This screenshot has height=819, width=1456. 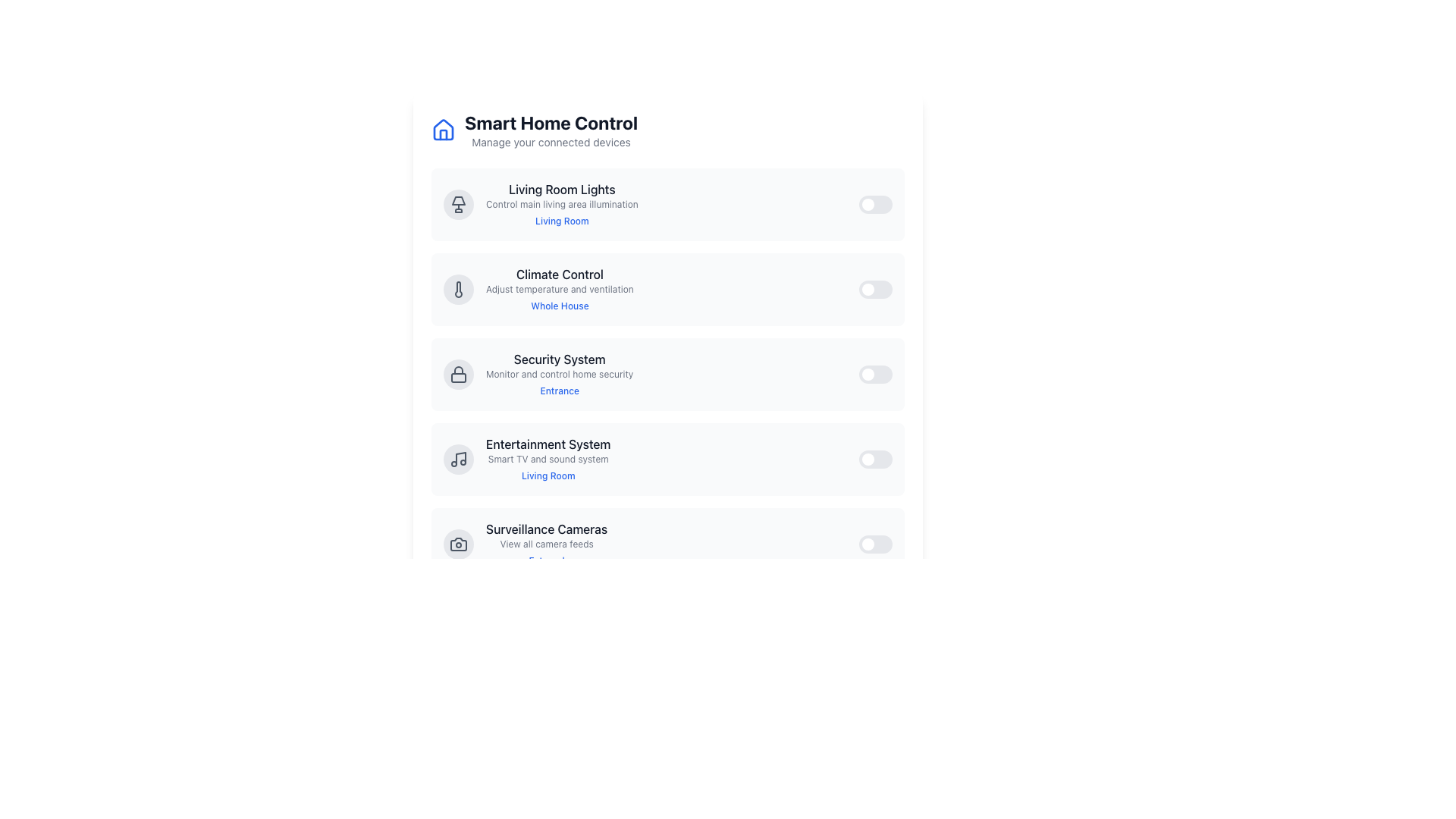 I want to click on the 'Living Room Lights' icon button, which controls the lighting in the living room, located at the top-left corner of the 'Living Room Lights' section, so click(x=457, y=205).